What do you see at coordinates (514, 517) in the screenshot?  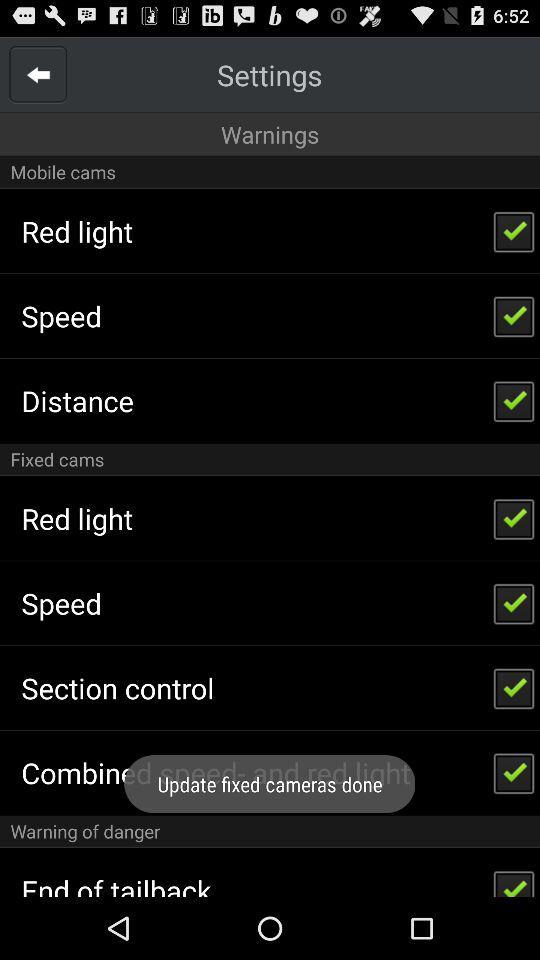 I see `the fourth check box button in the page` at bounding box center [514, 517].